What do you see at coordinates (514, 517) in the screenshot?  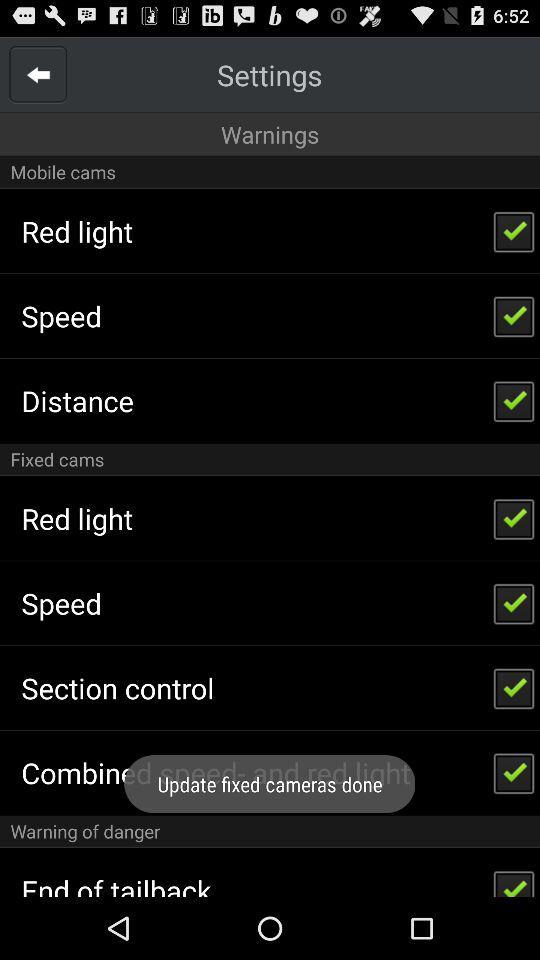 I see `the fourth check box button in the page` at bounding box center [514, 517].